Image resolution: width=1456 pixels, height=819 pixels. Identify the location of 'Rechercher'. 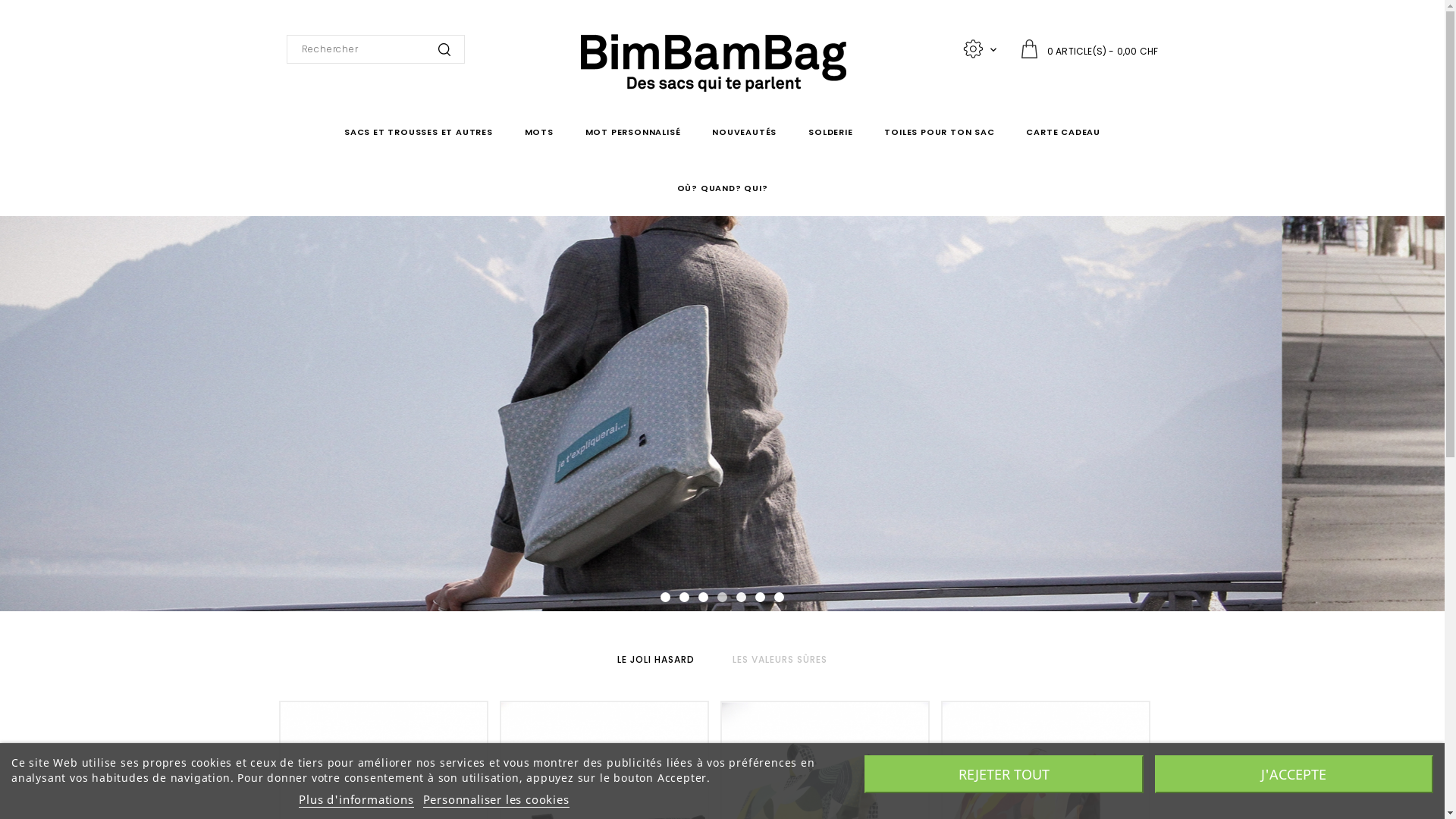
(443, 49).